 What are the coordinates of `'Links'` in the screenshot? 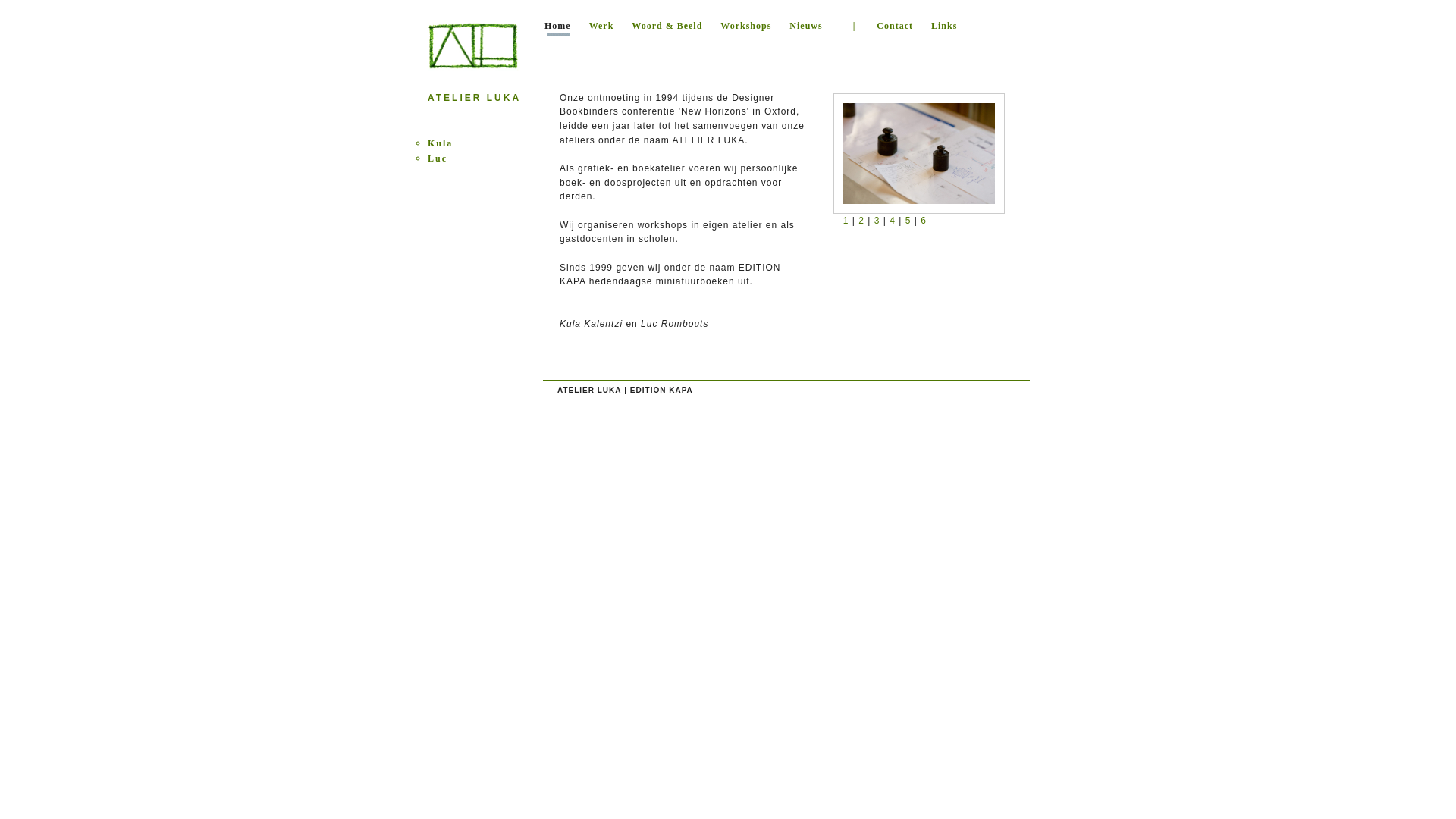 It's located at (921, 28).